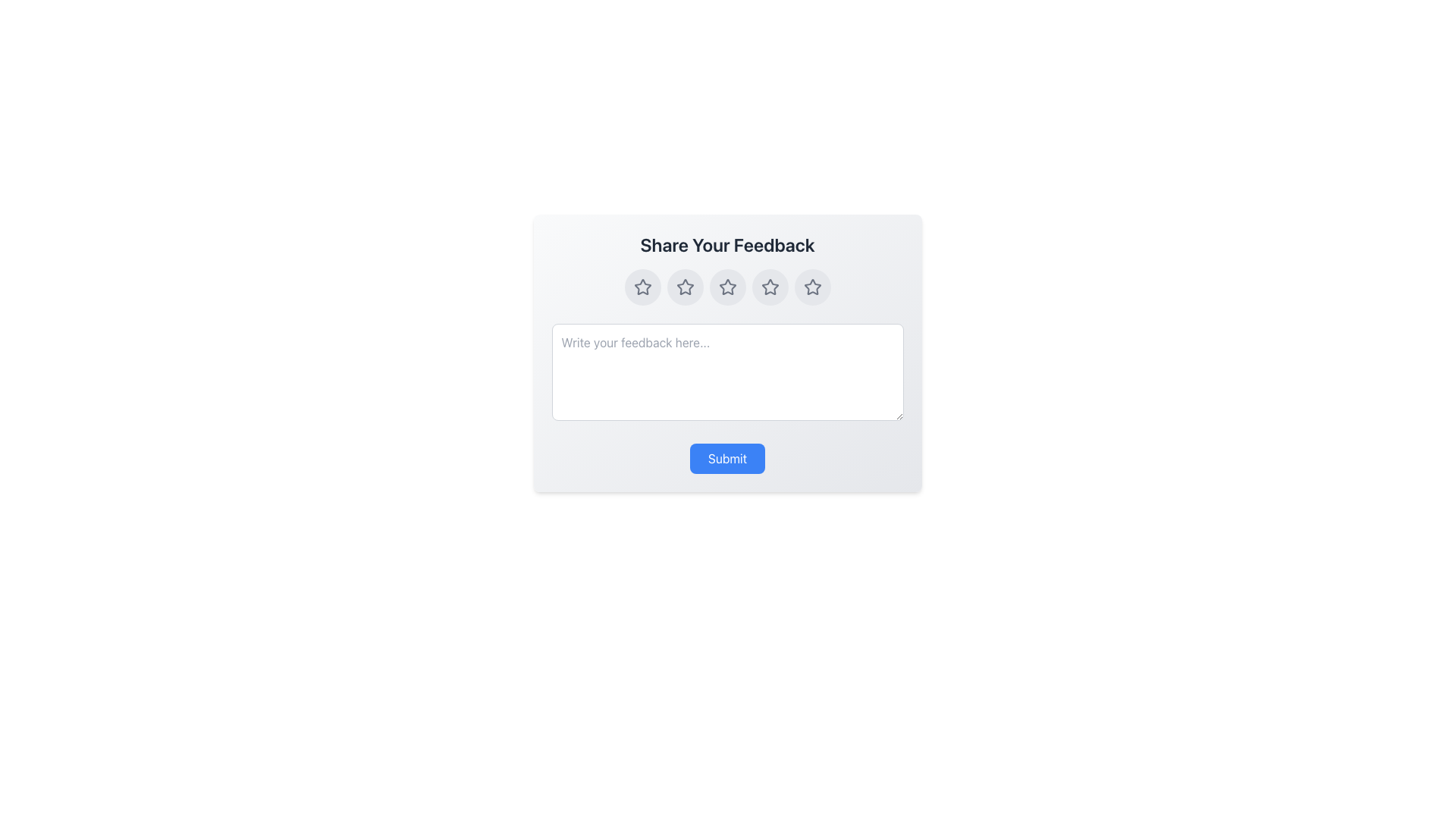 The width and height of the screenshot is (1456, 819). Describe the element at coordinates (684, 287) in the screenshot. I see `the second star` at that location.